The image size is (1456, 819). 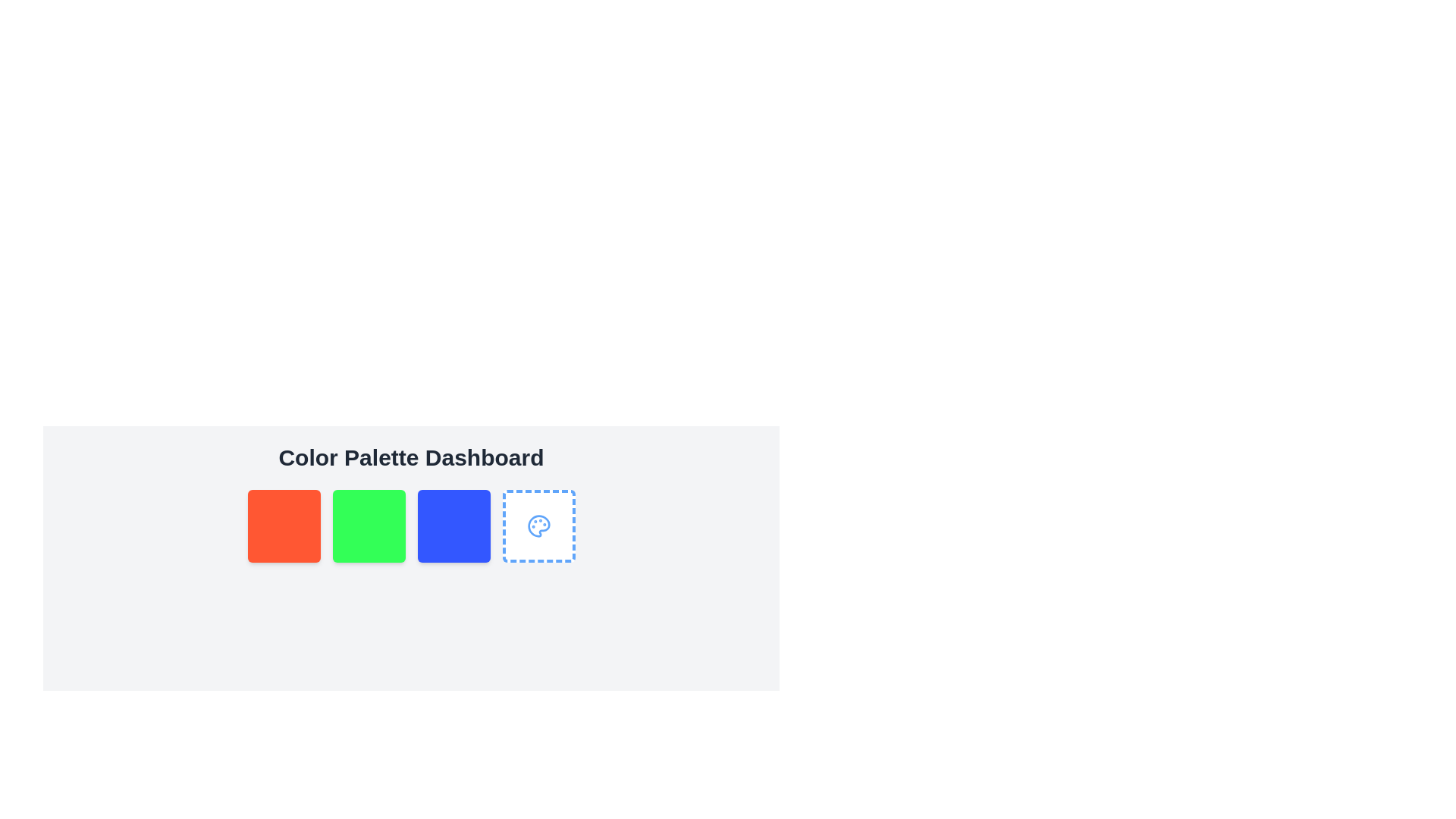 I want to click on the painter's palette icon, which is a small circular icon with light blue color and colored circles, located in the rightmost square under the 'Color Palette Dashboard', so click(x=538, y=526).